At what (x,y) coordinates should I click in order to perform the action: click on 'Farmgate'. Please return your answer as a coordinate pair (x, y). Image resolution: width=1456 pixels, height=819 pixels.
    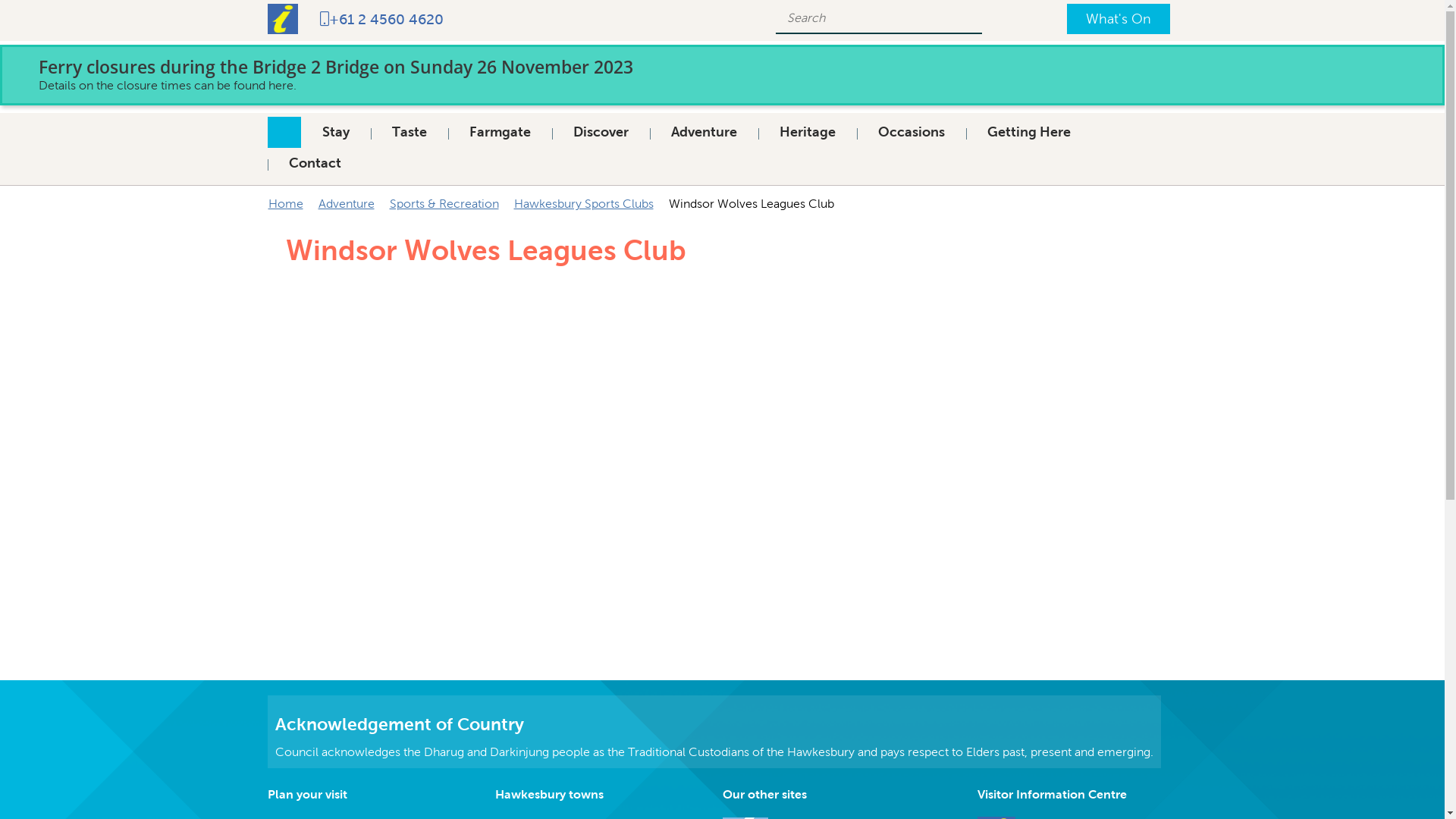
    Looking at the image, I should click on (499, 131).